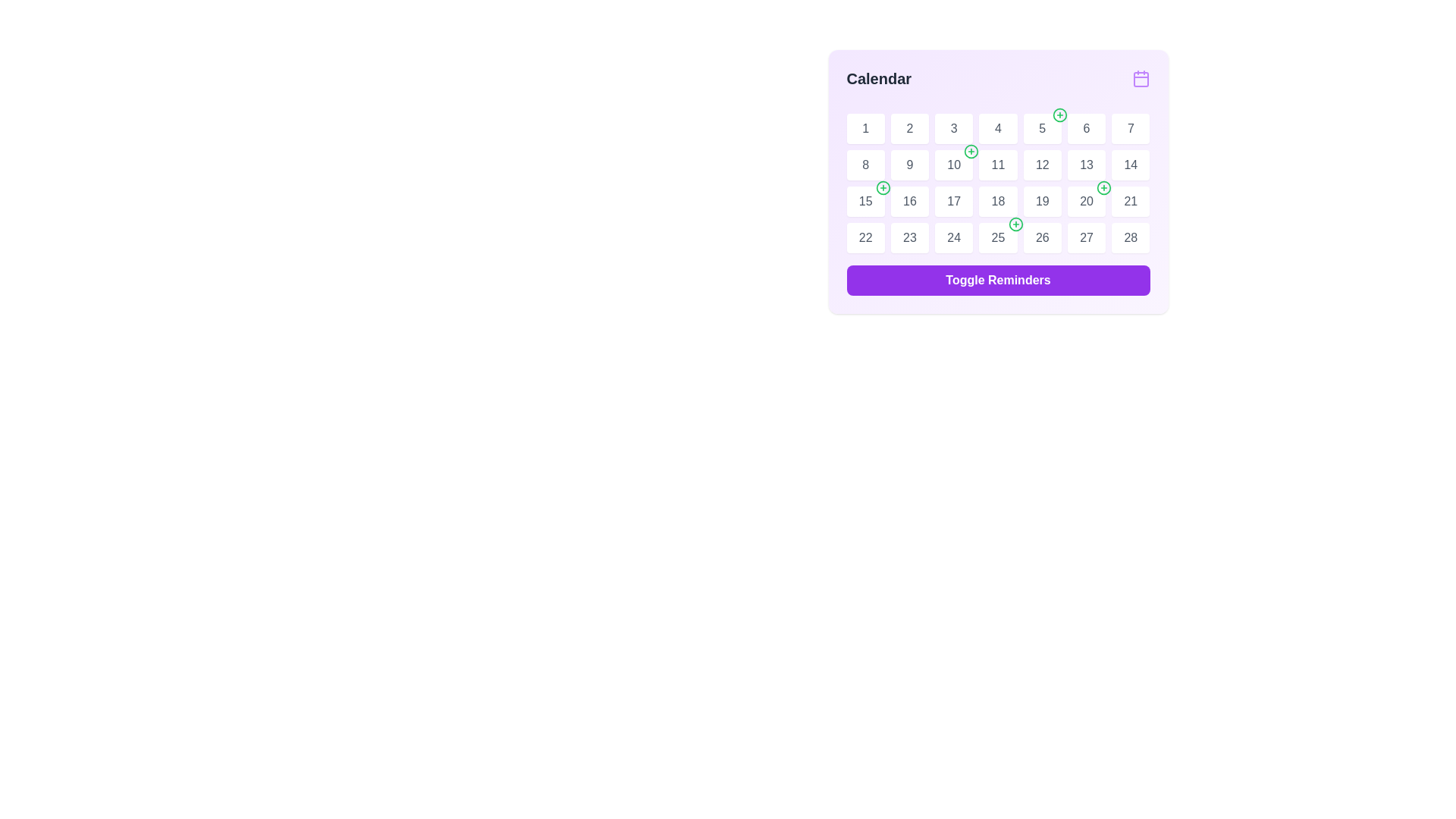  What do you see at coordinates (1086, 127) in the screenshot?
I see `the calendar date element displaying the number '6', located in the second row and sixth column of the grid under the 'Calendar' header` at bounding box center [1086, 127].